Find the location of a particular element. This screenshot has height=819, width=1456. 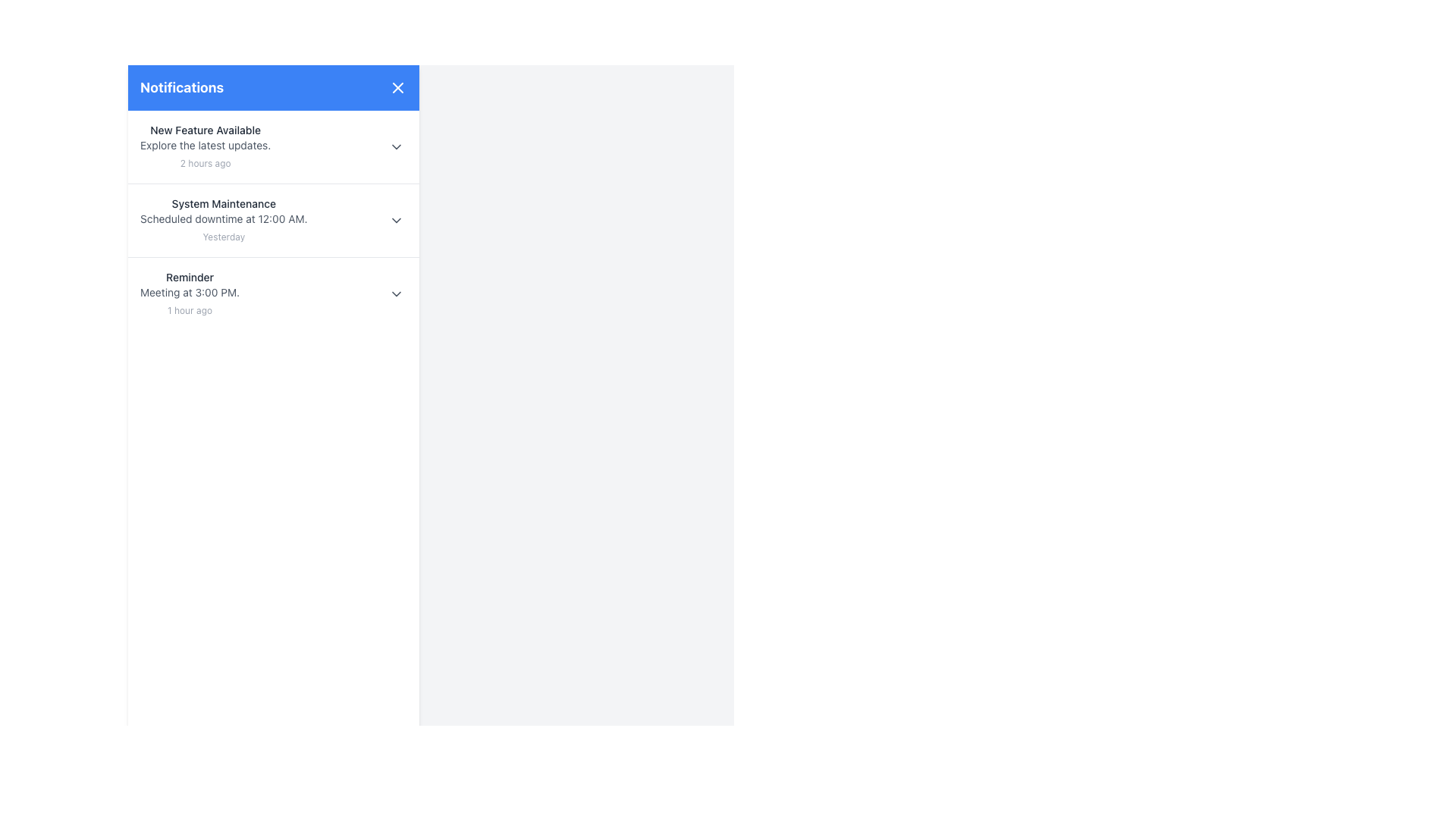

the Text label that indicates the time elapsed since the notification was received within the 'New Feature Available' notification card is located at coordinates (205, 163).